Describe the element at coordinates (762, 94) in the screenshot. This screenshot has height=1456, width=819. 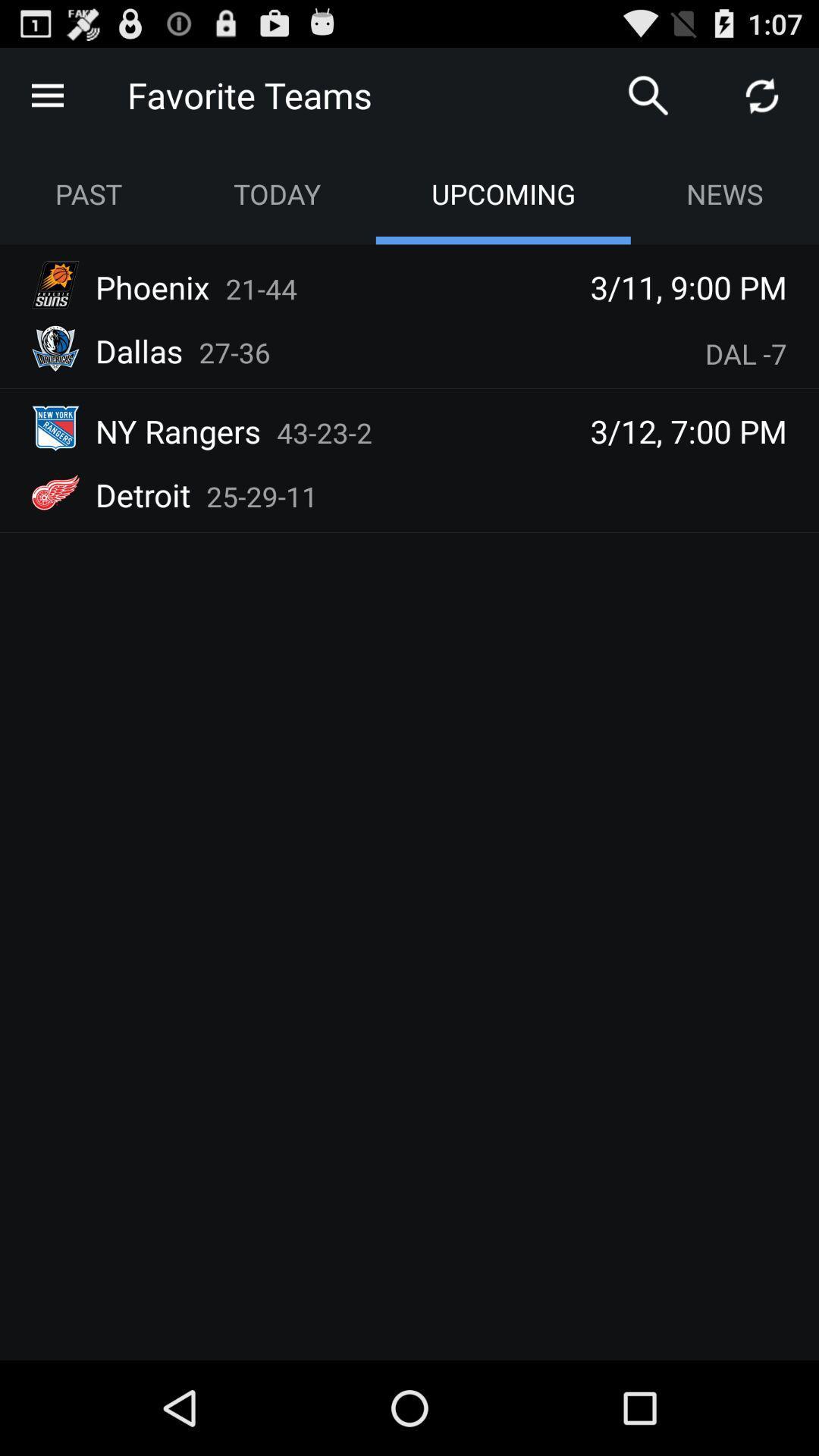
I see `icon right to search` at that location.